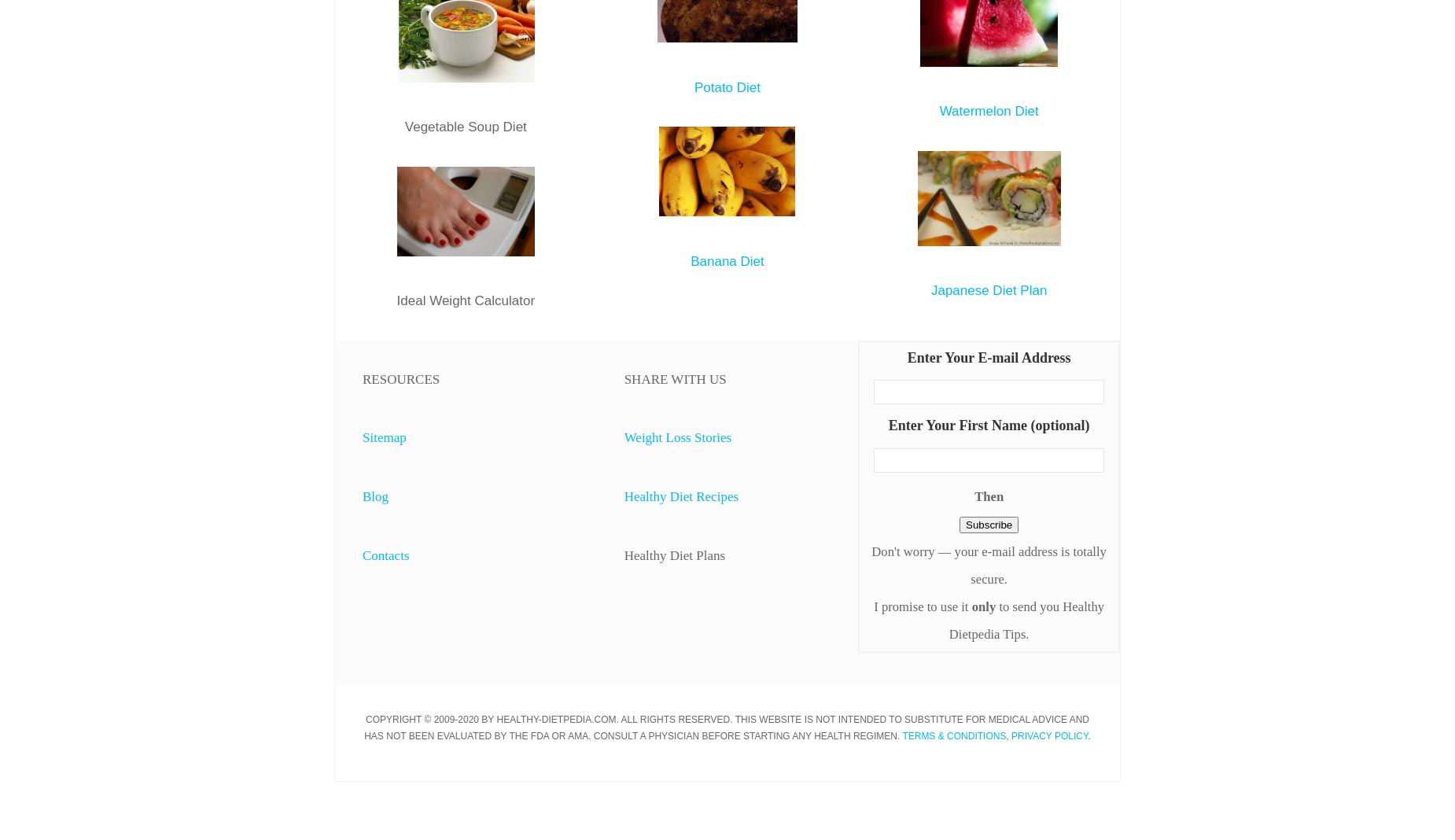 The width and height of the screenshot is (1455, 840). Describe the element at coordinates (385, 554) in the screenshot. I see `'Contacts'` at that location.